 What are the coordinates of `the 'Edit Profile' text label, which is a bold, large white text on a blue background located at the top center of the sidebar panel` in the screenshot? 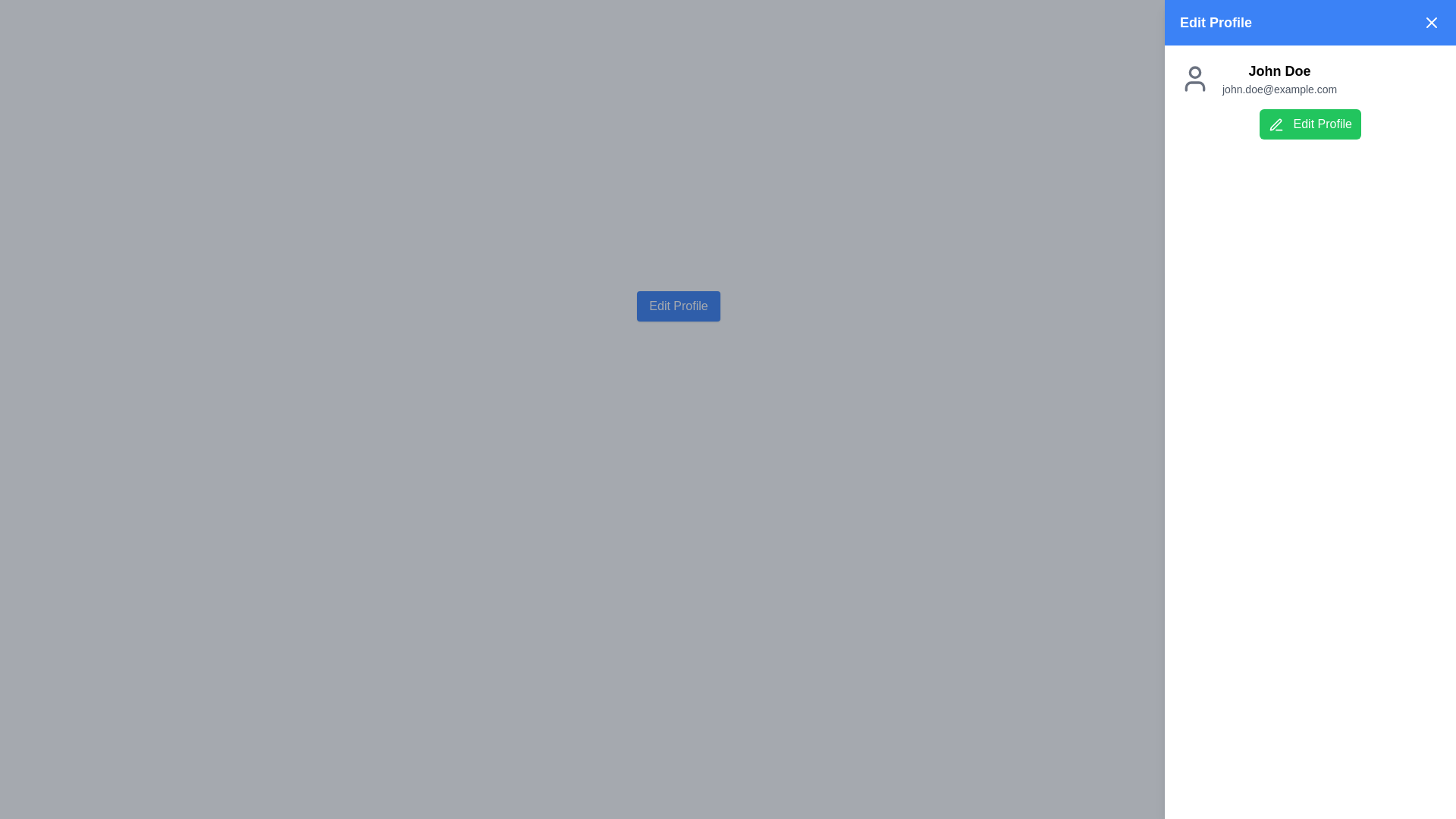 It's located at (1216, 23).